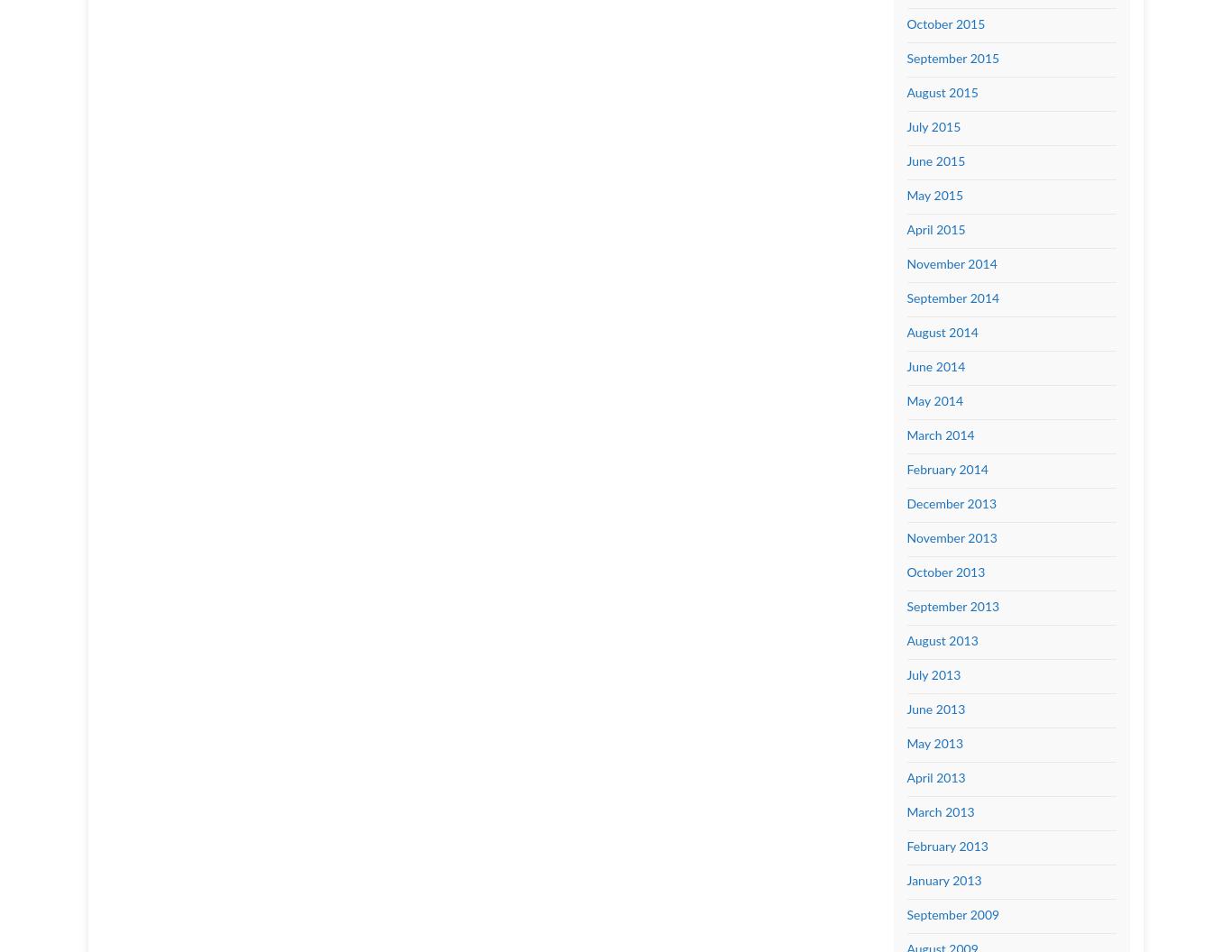  I want to click on 'September 2015', so click(952, 59).